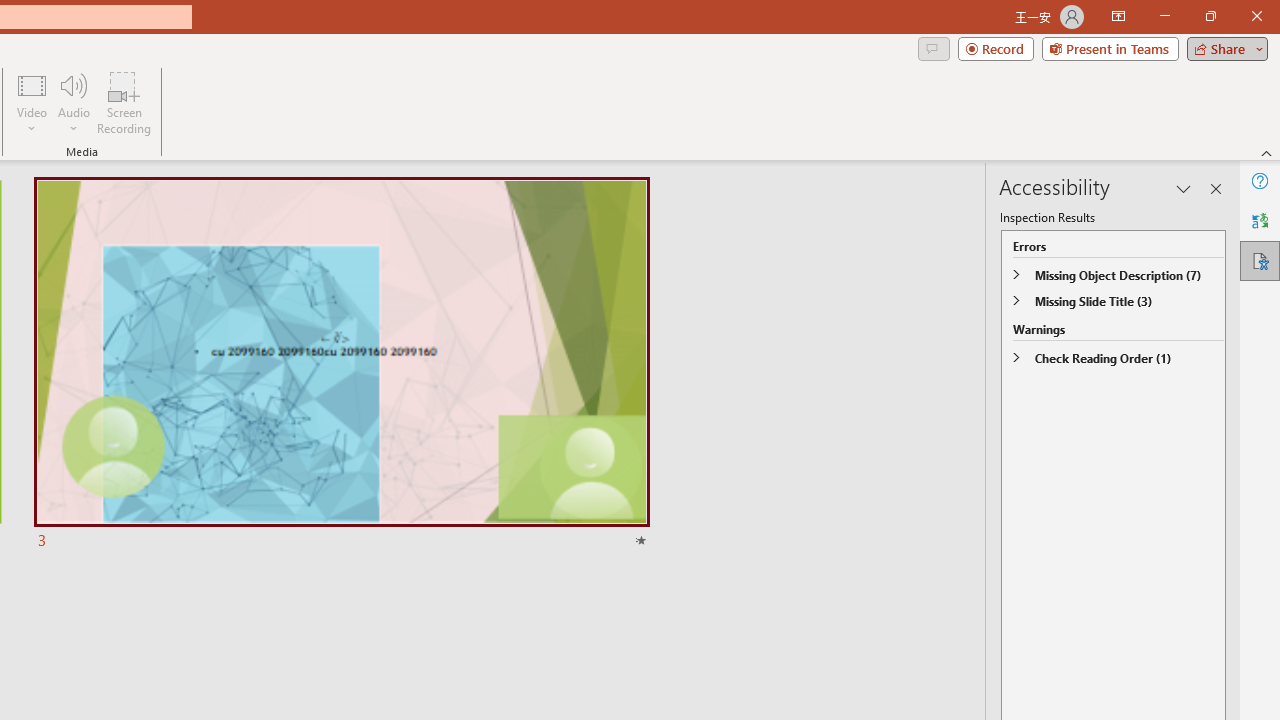  I want to click on 'Audio', so click(73, 103).